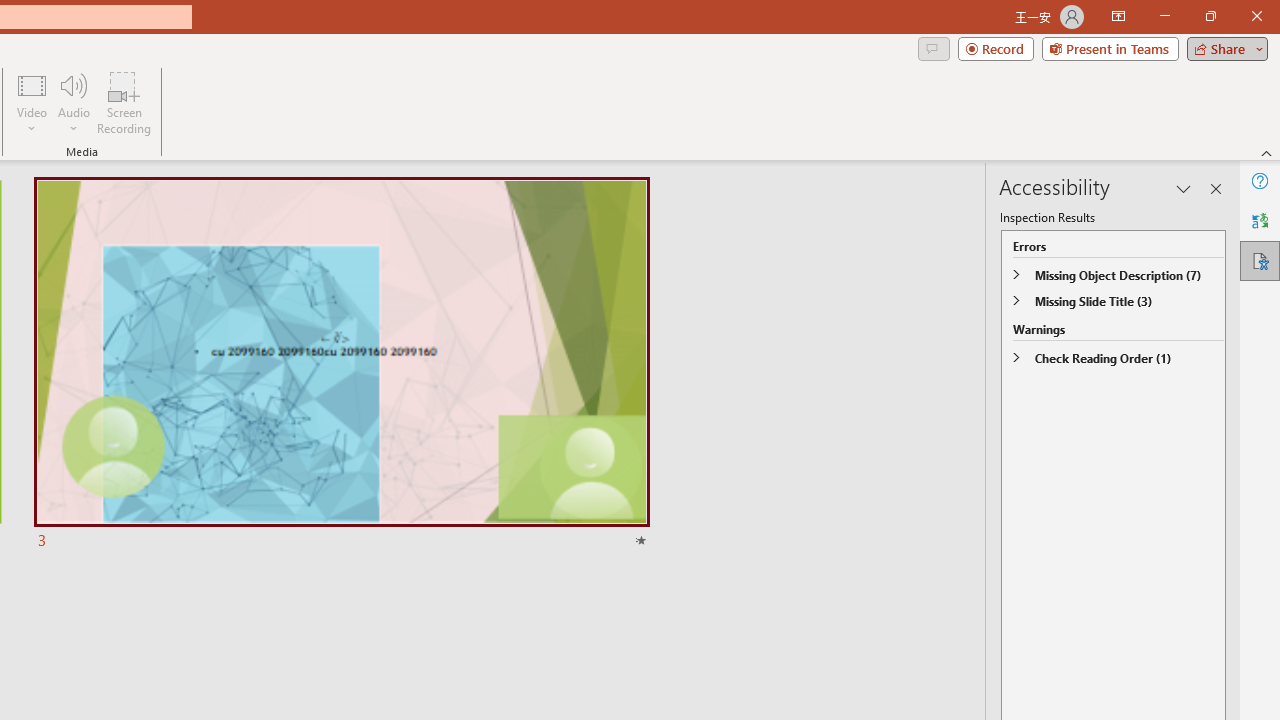  I want to click on 'Audio', so click(73, 103).